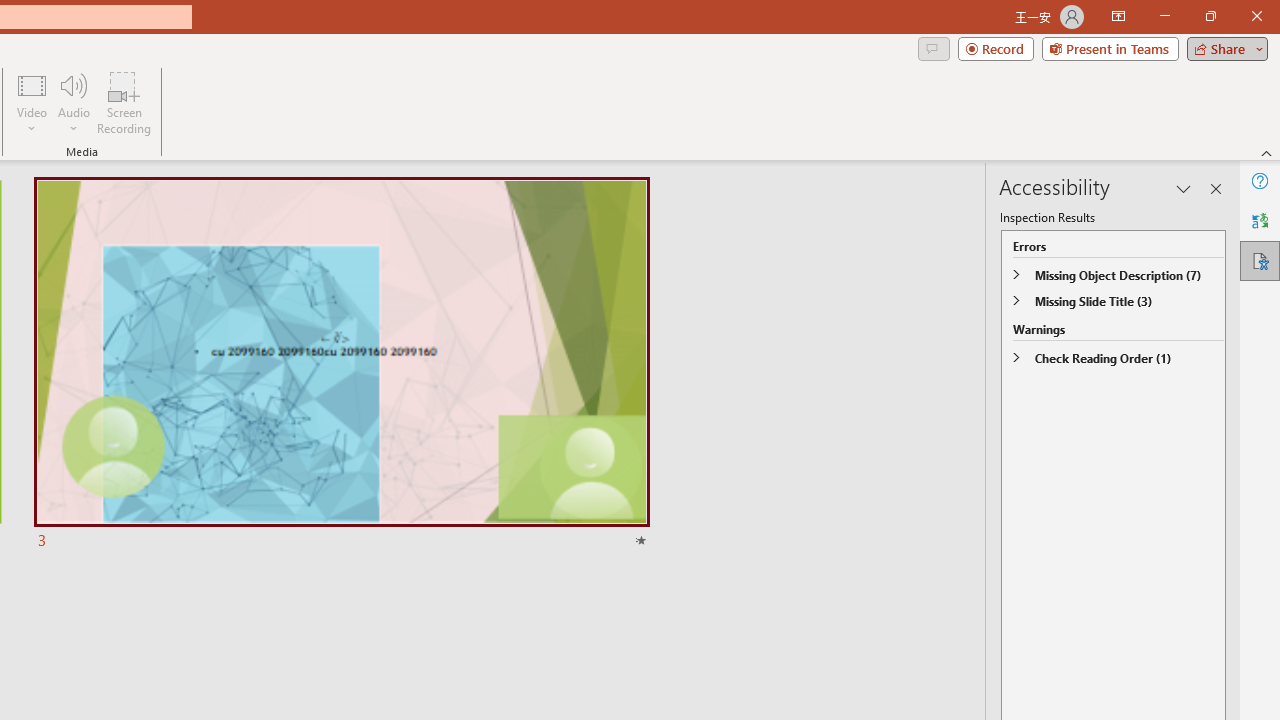  I want to click on 'Audio', so click(73, 103).